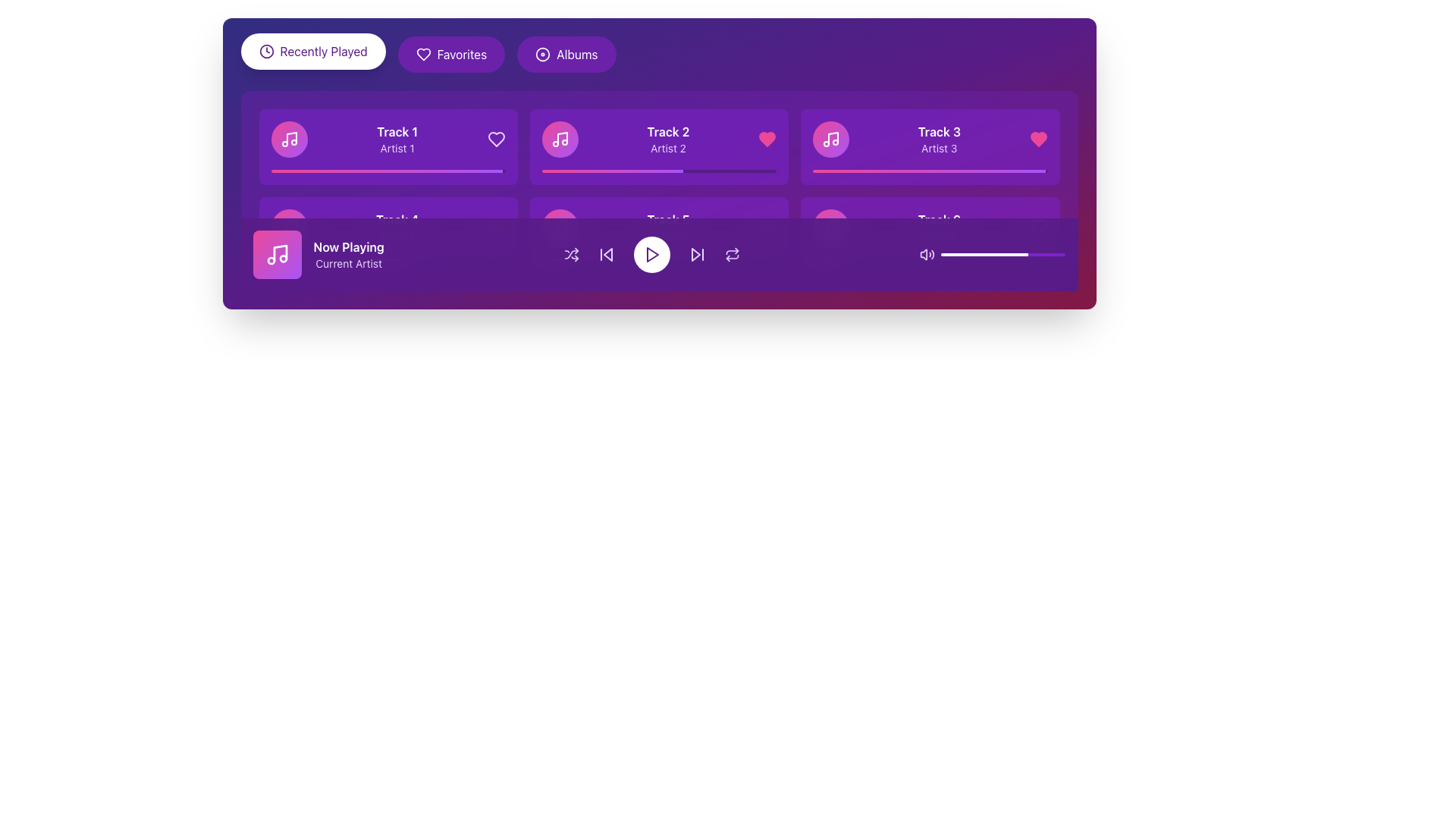  Describe the element at coordinates (348, 246) in the screenshot. I see `the Text label indicating the currently playing track in the playback controls area, positioned to the right of a music icon and above the 'Current Artist' text` at that location.